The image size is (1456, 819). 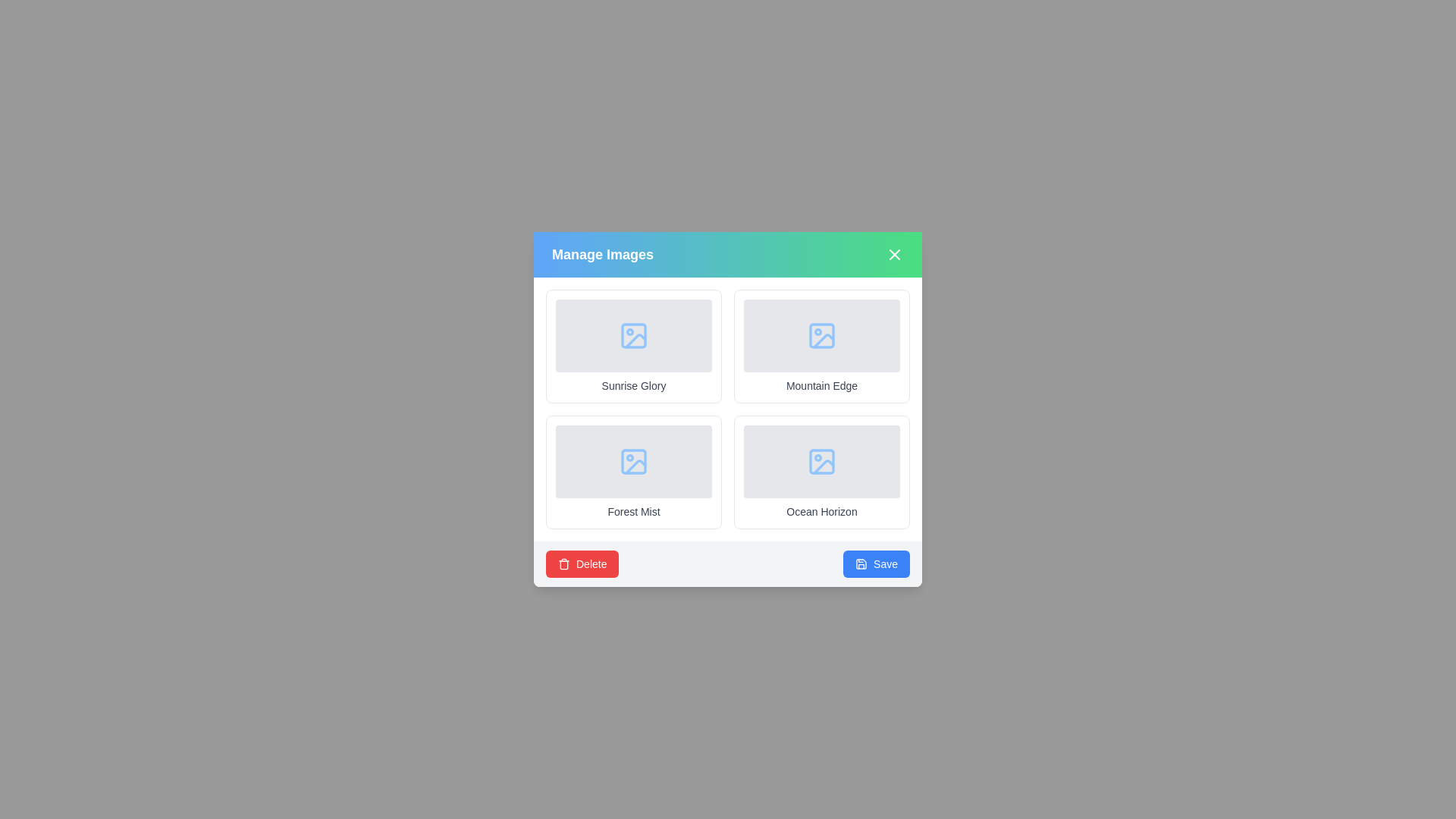 I want to click on the 'Sunrise Glory' icon, which is a simplistic image placeholder styled with a rectangle and a circle in the top left corner, located in the top-left of the grid in the 'Manage Images' modal, so click(x=633, y=335).